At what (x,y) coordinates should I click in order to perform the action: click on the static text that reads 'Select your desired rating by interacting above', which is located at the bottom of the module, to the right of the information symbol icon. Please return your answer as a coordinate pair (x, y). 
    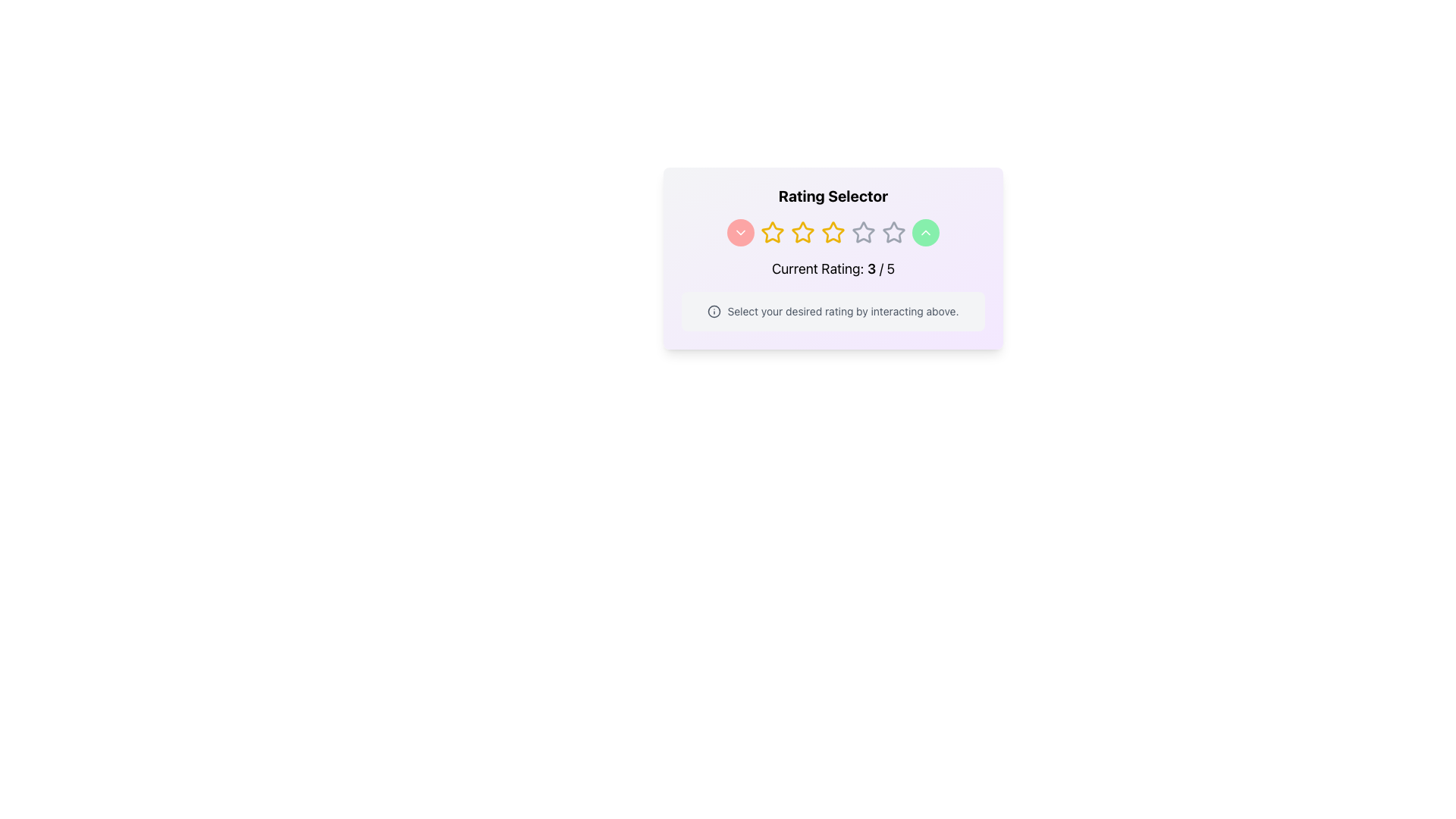
    Looking at the image, I should click on (843, 311).